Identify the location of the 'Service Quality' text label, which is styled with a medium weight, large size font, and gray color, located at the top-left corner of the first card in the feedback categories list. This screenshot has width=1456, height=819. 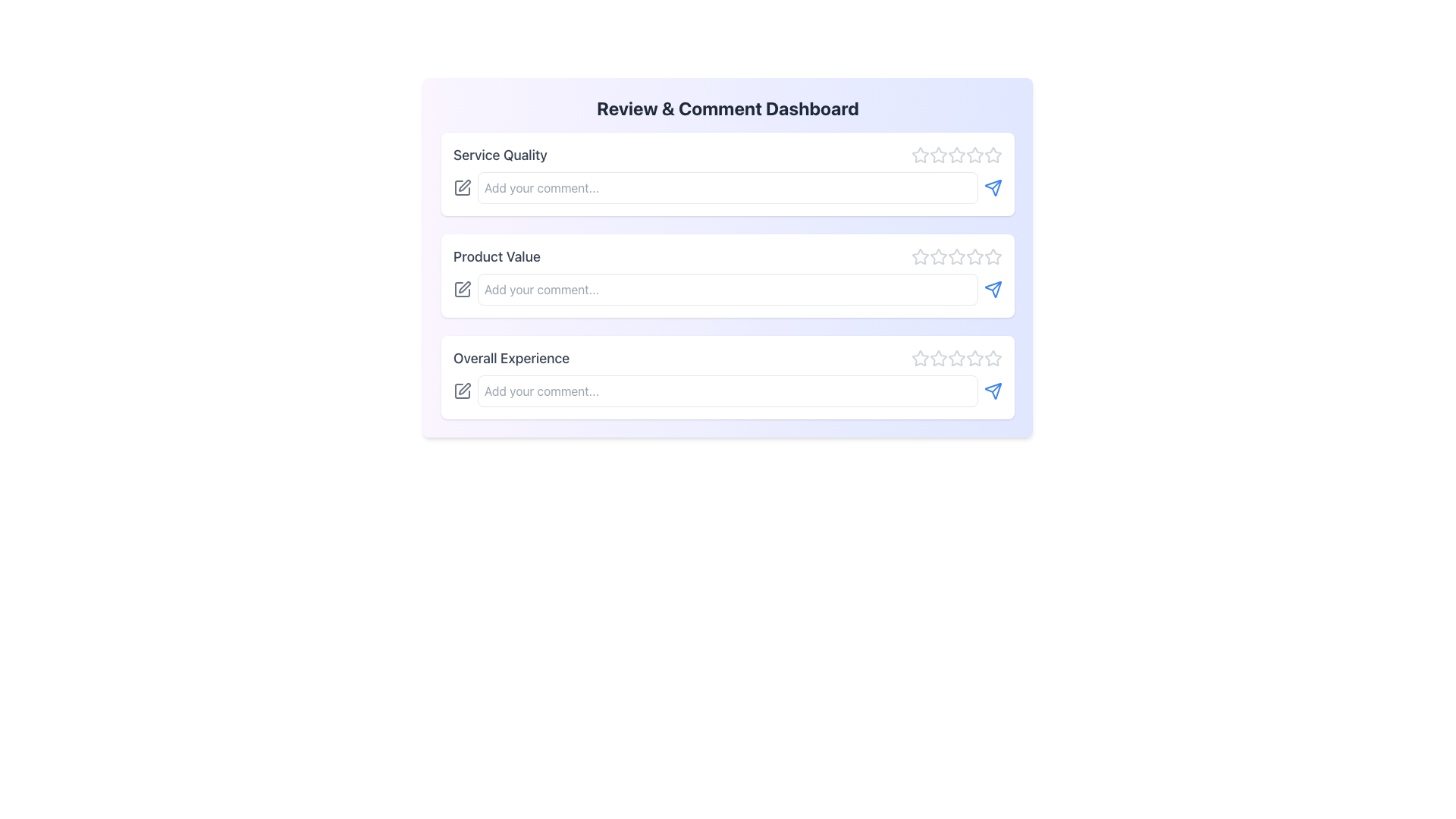
(500, 155).